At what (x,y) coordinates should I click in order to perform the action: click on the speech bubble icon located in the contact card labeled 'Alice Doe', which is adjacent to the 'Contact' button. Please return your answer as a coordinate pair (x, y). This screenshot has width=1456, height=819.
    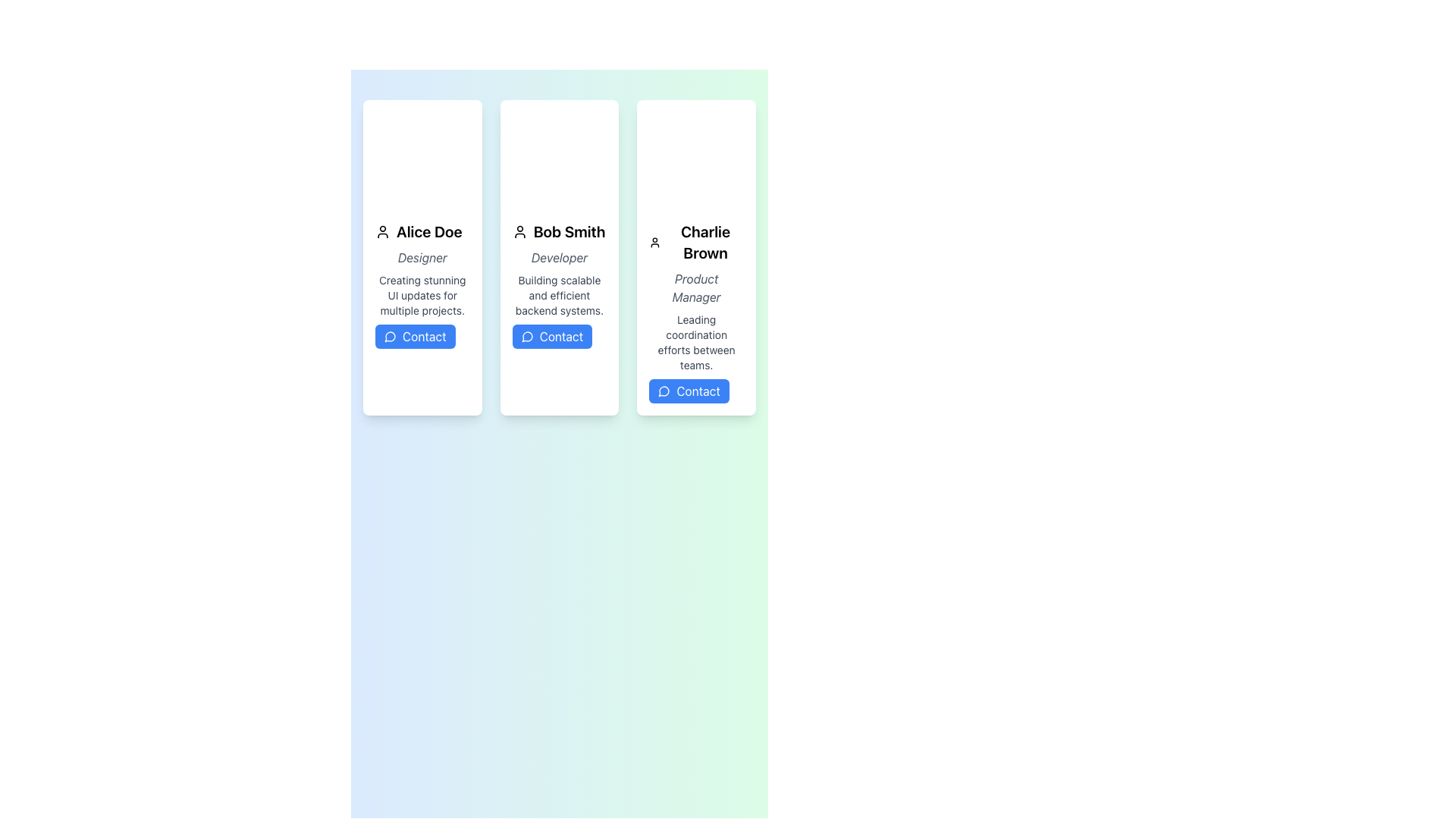
    Looking at the image, I should click on (390, 336).